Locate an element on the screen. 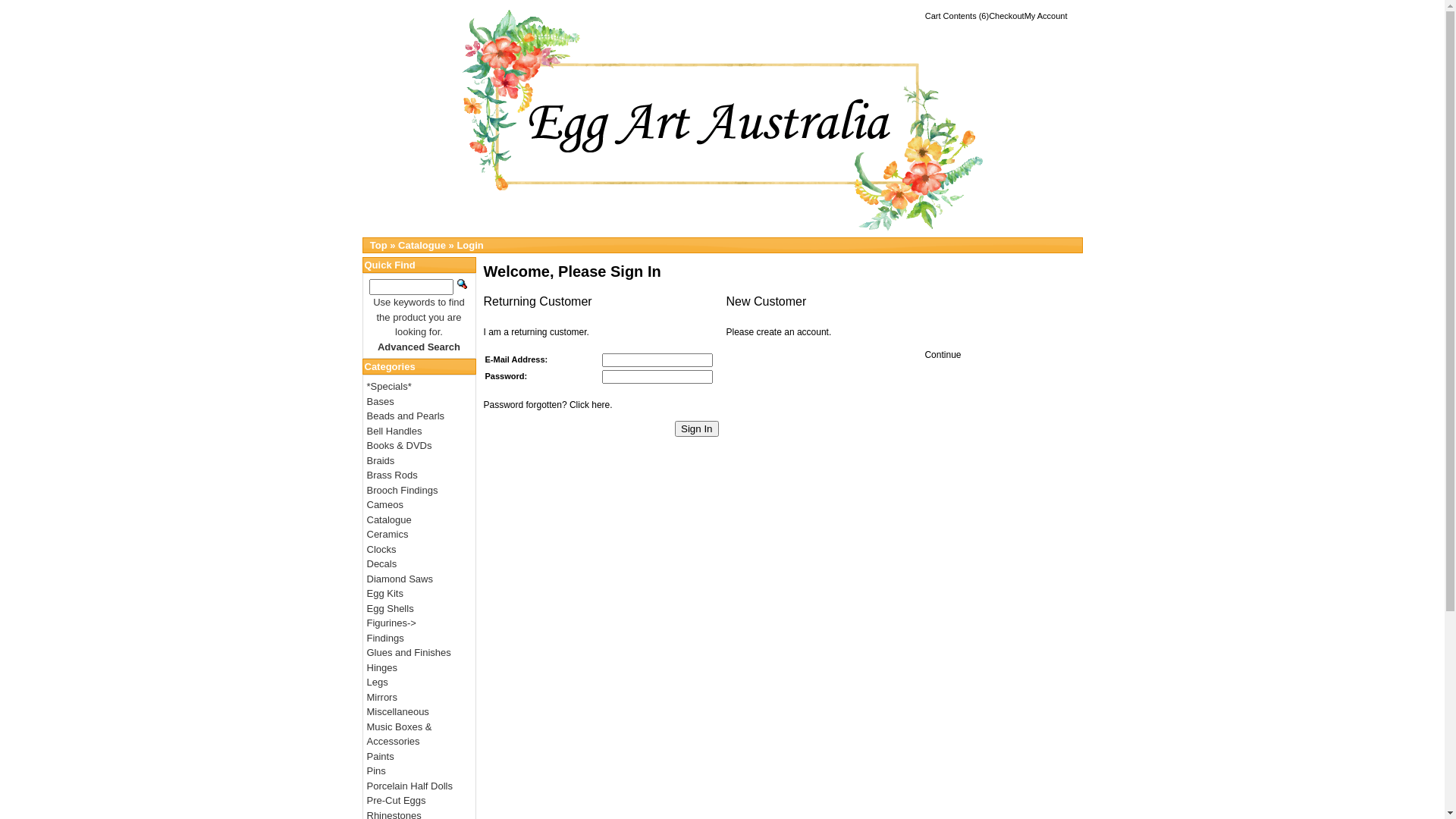 The image size is (1456, 819). 'Cart Contents (6)' is located at coordinates (956, 15).